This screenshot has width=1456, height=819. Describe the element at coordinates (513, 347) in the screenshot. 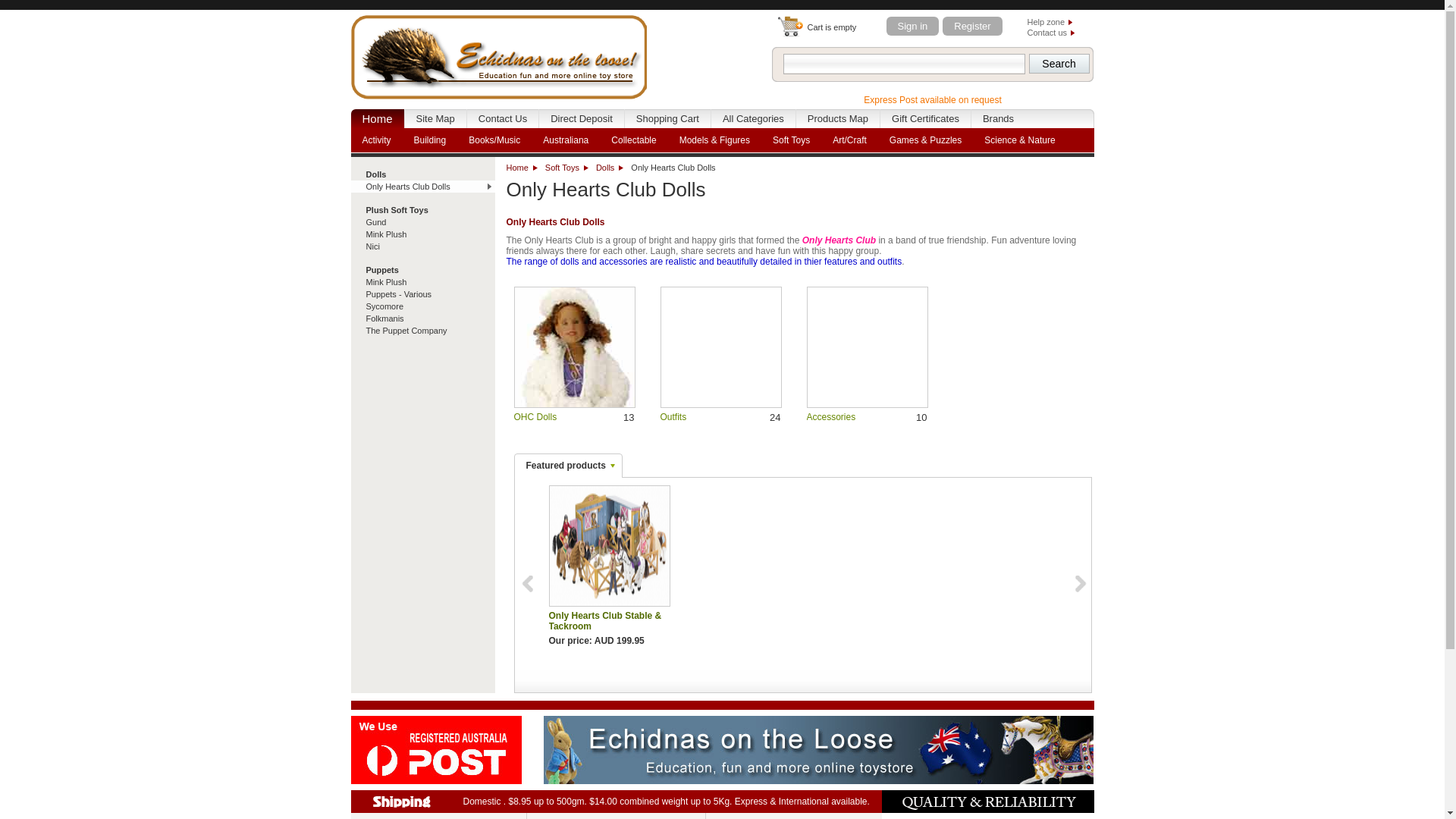

I see `'OHC Dolls'` at that location.